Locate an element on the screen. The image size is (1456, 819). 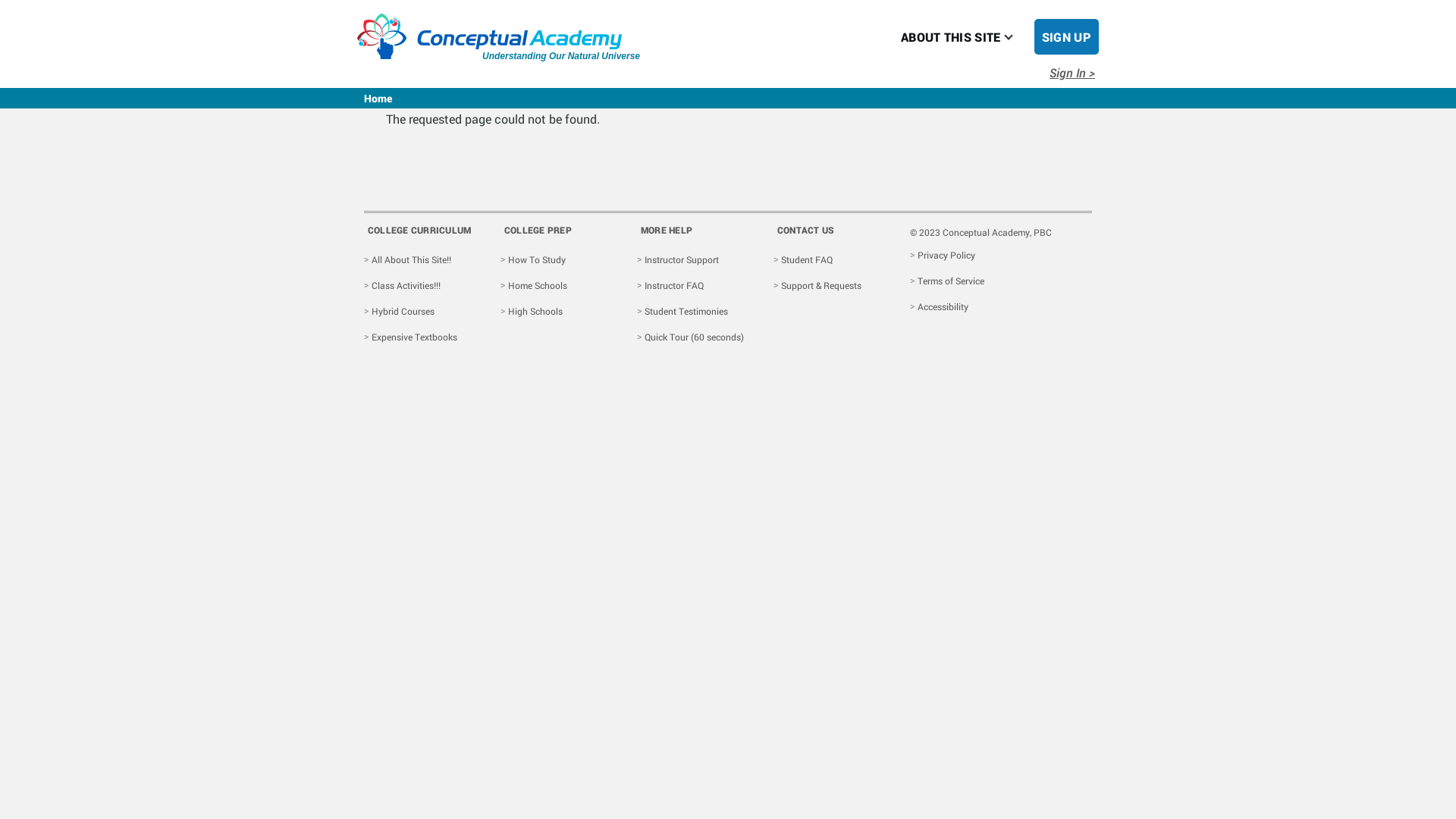
'Home' is located at coordinates (378, 98).